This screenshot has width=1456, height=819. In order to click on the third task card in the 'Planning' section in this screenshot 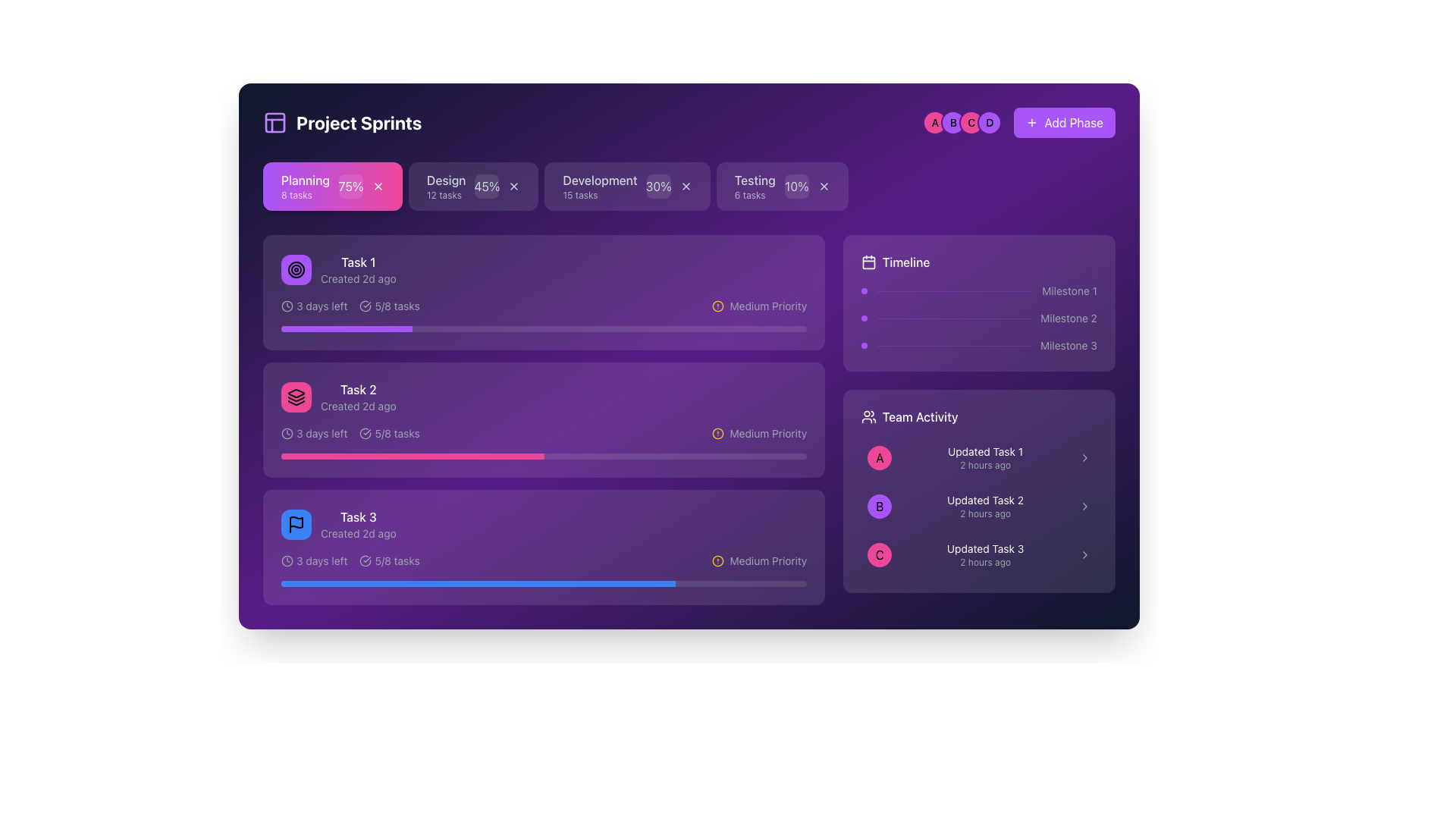, I will do `click(544, 547)`.